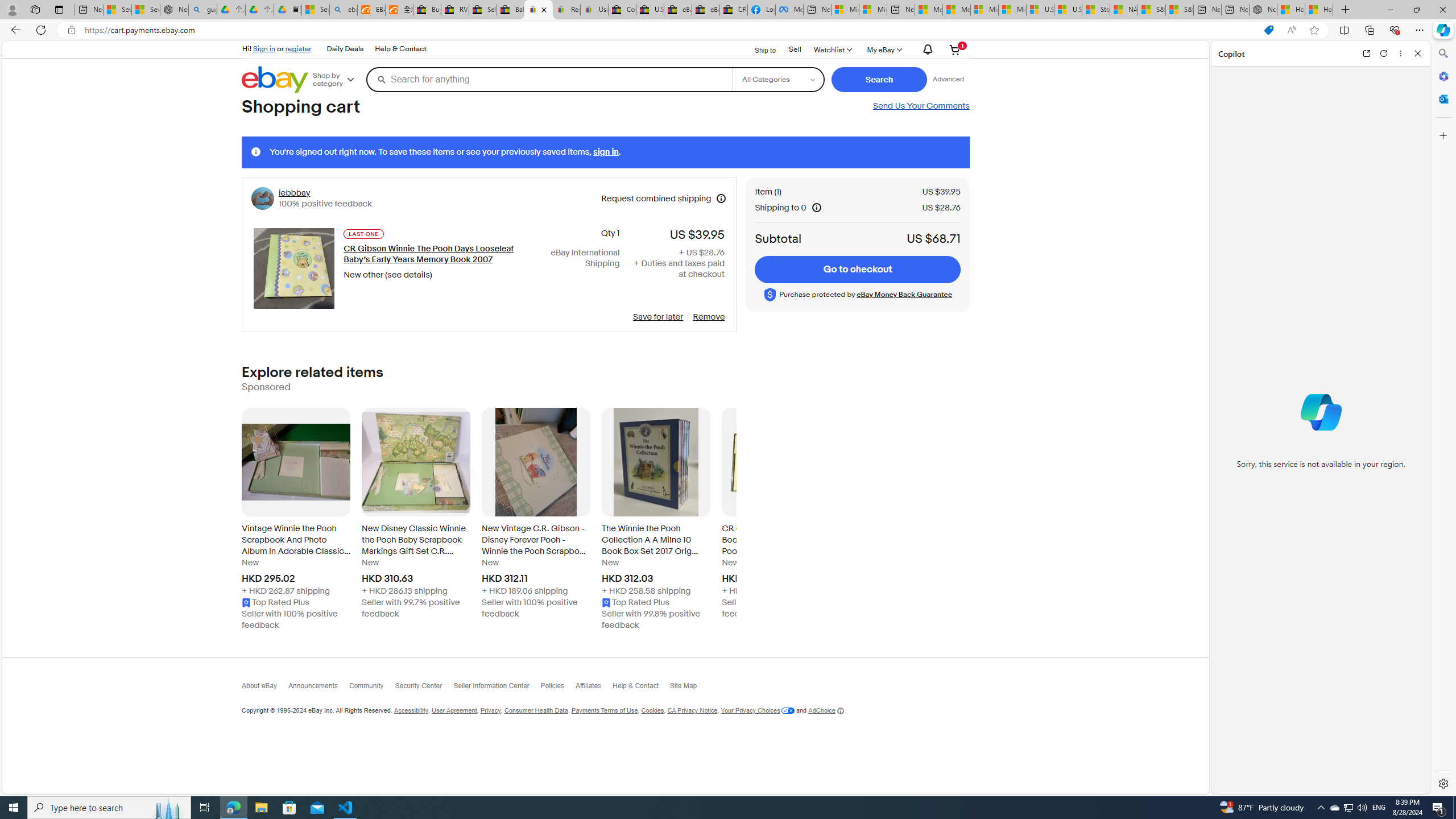 This screenshot has width=1456, height=819. What do you see at coordinates (925, 49) in the screenshot?
I see `'AutomationID: gh-eb-Alerts'` at bounding box center [925, 49].